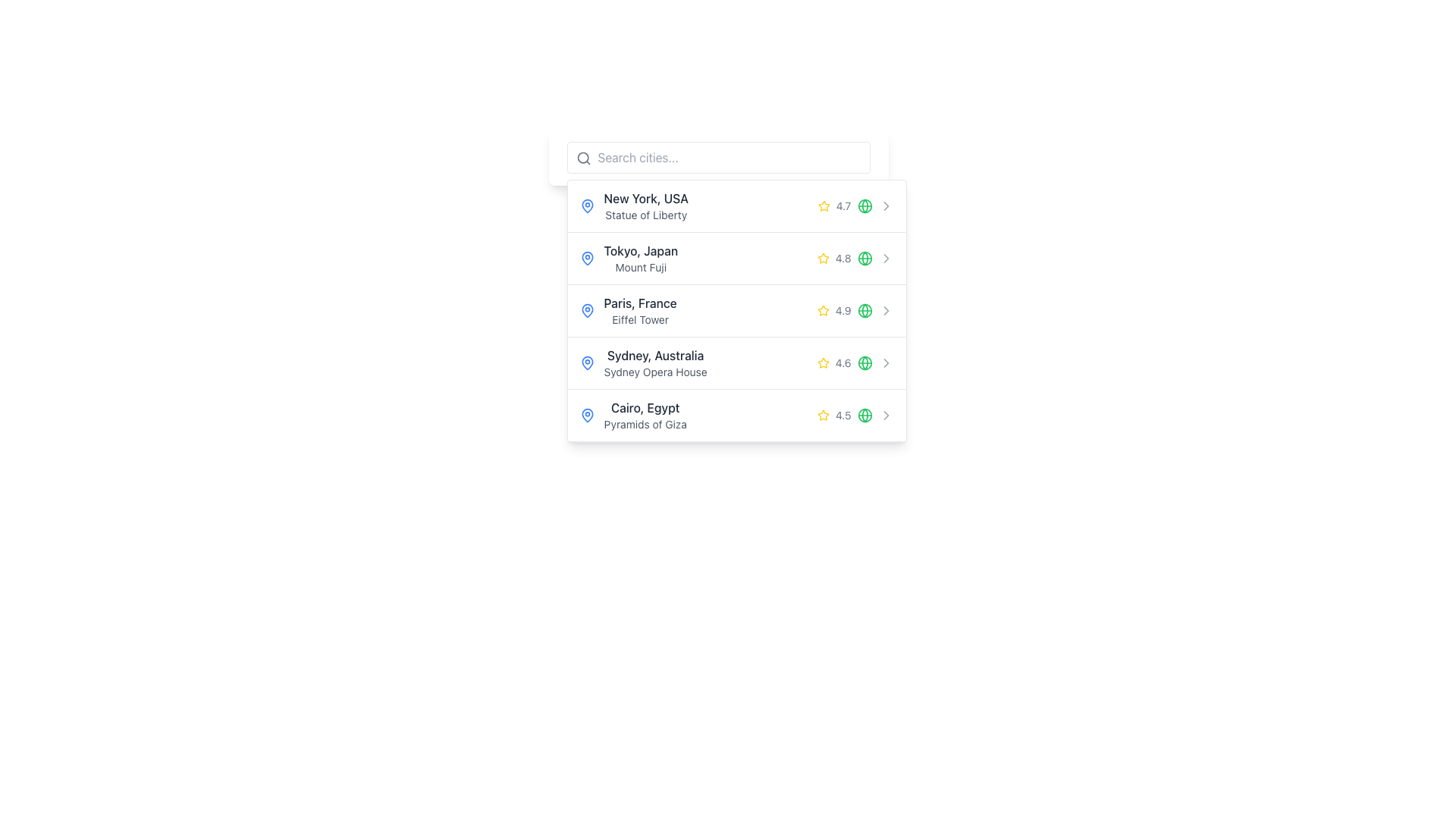 This screenshot has height=819, width=1456. I want to click on the text element displaying 'Cairo, Egypt' in bold and larger font, which is the fifth entry in the list, for interaction, so click(645, 415).